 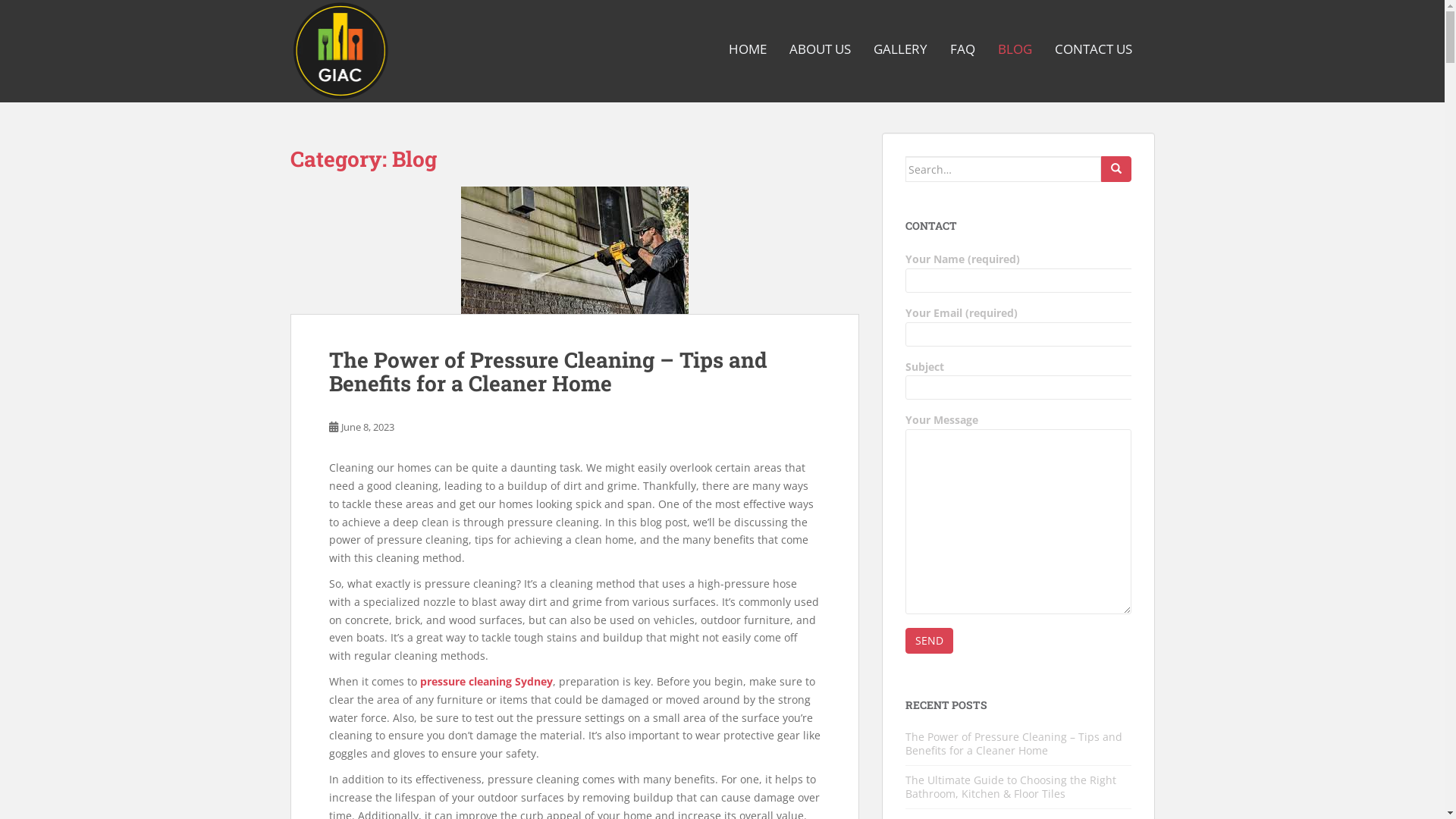 What do you see at coordinates (1015, 49) in the screenshot?
I see `'BLOG'` at bounding box center [1015, 49].